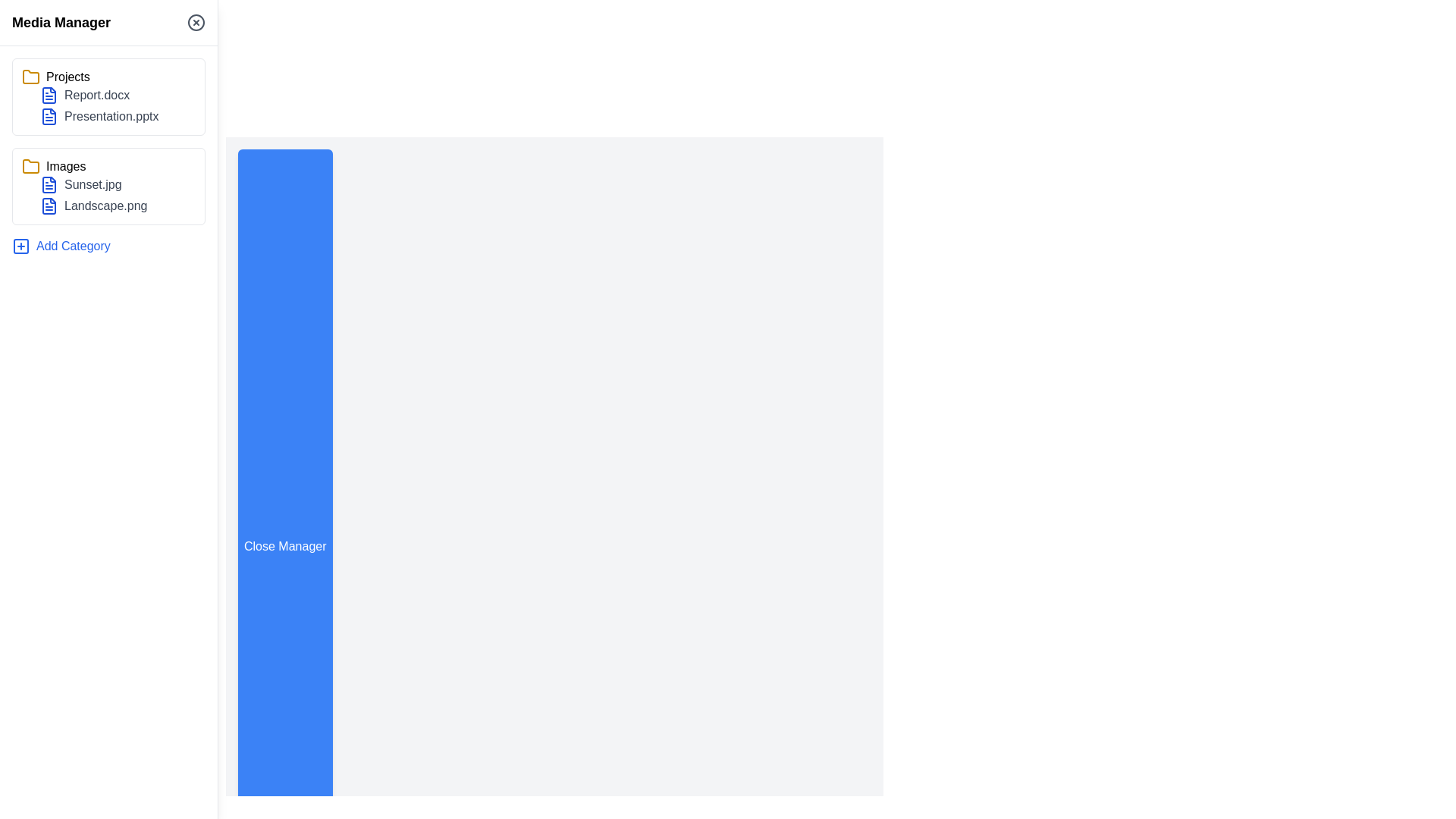 The height and width of the screenshot is (819, 1456). What do you see at coordinates (117, 206) in the screenshot?
I see `the list item labeled 'Landscape.png' in the file manager` at bounding box center [117, 206].